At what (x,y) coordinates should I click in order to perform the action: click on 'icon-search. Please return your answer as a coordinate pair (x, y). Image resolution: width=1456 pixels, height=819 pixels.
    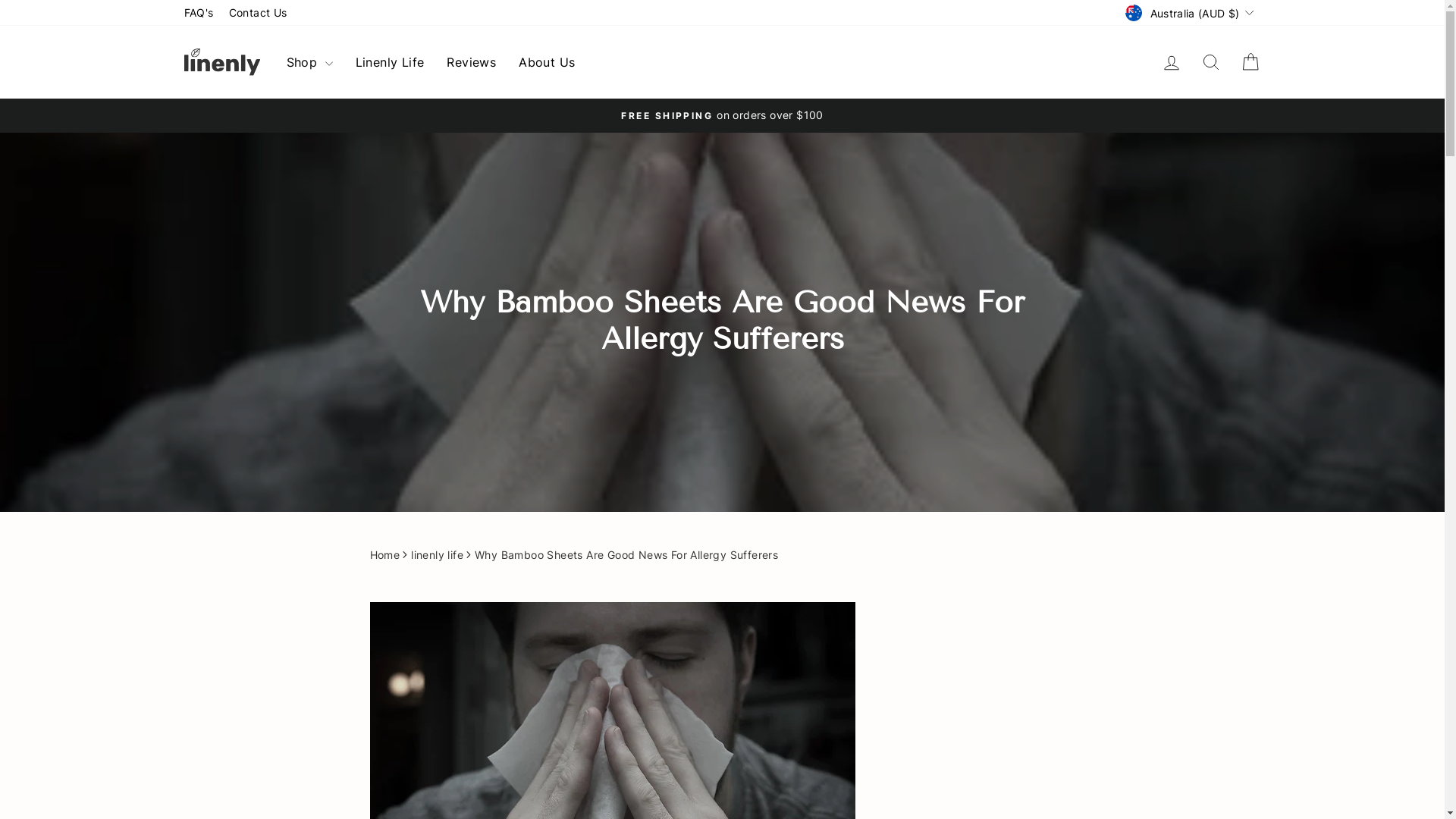
    Looking at the image, I should click on (1210, 61).